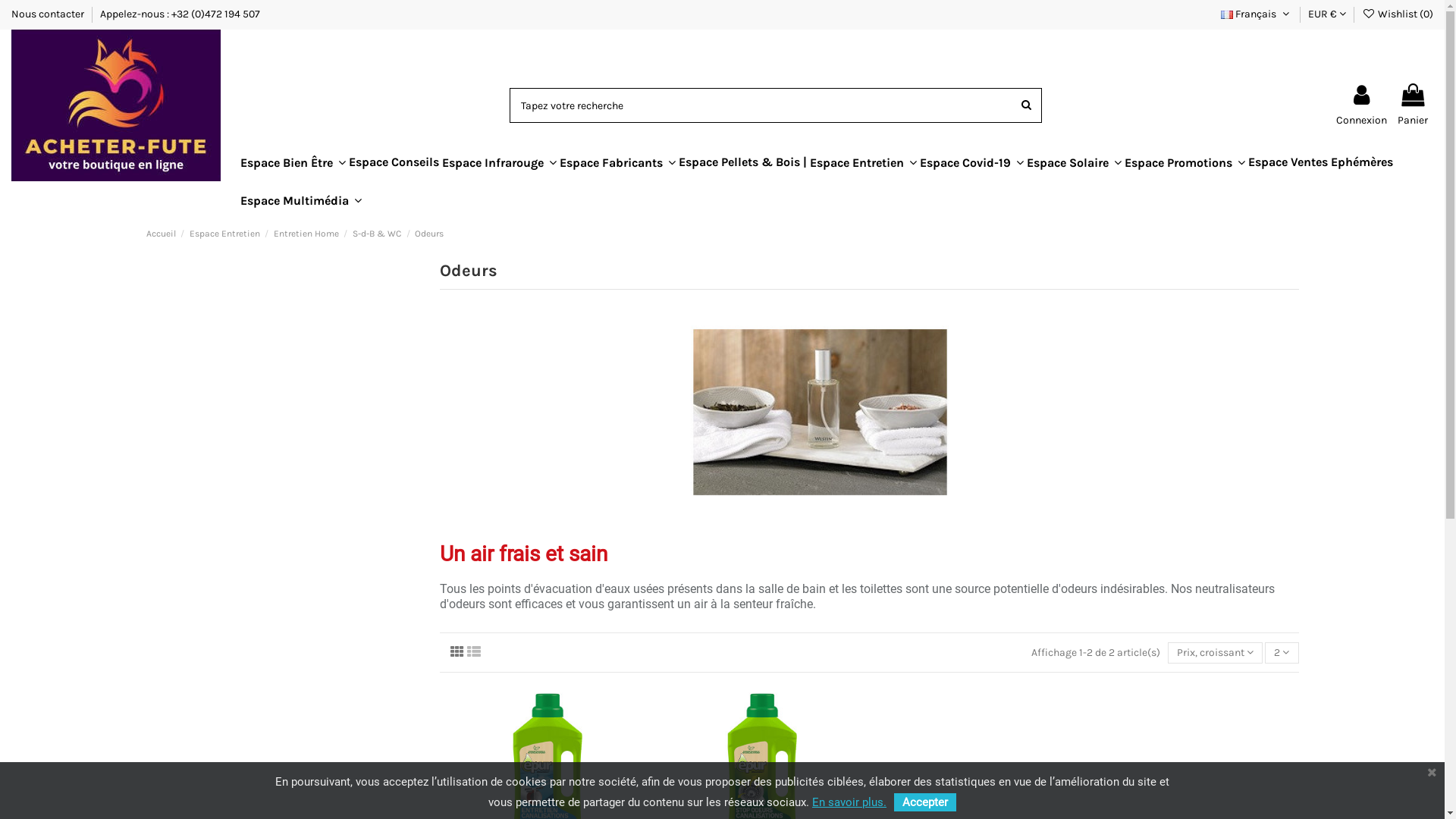 The width and height of the screenshot is (1456, 819). What do you see at coordinates (160, 234) in the screenshot?
I see `'Accueil'` at bounding box center [160, 234].